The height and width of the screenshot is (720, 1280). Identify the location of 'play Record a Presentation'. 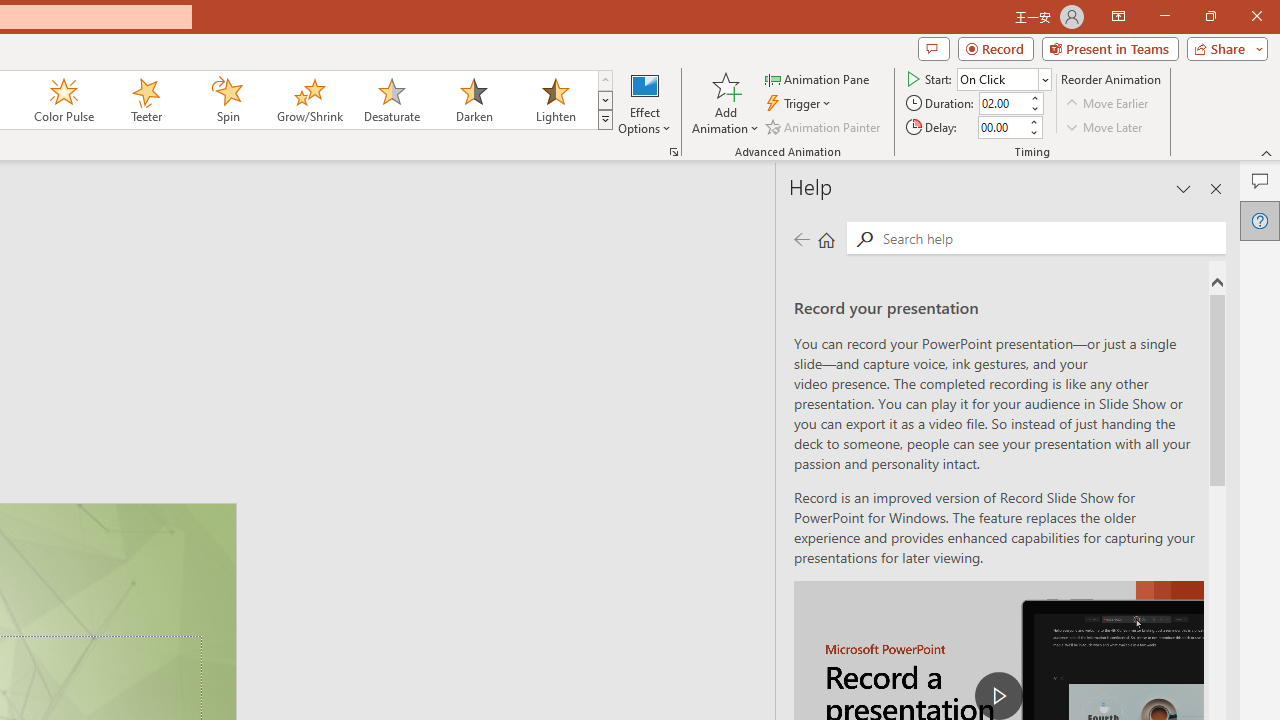
(999, 694).